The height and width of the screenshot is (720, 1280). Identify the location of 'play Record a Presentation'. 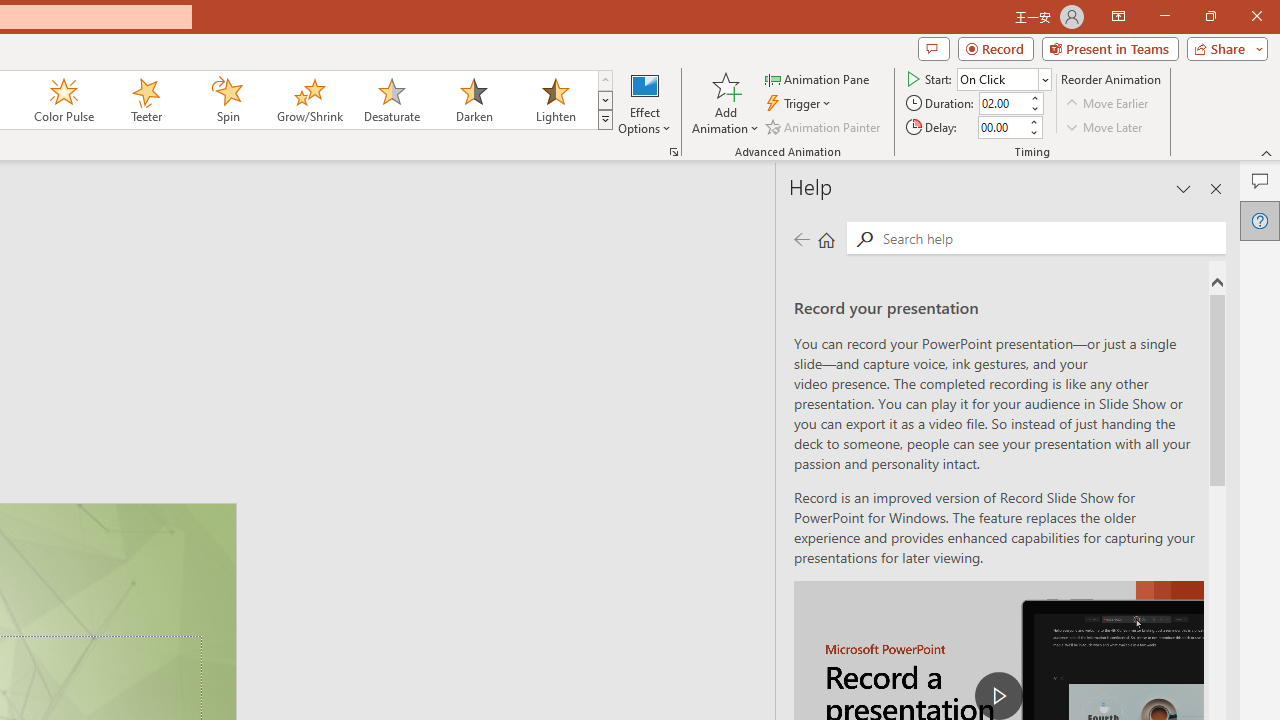
(999, 694).